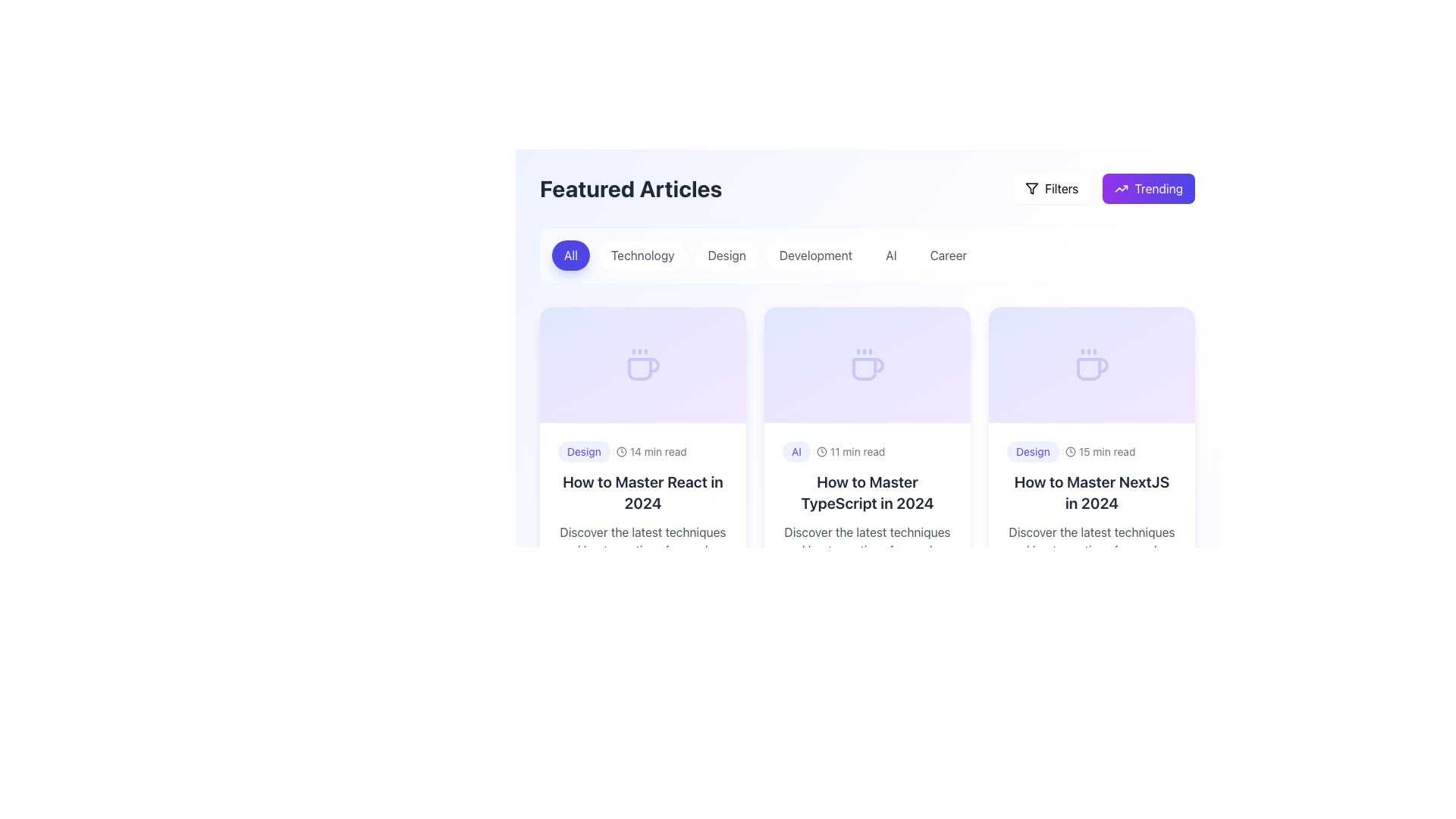  What do you see at coordinates (570, 254) in the screenshot?
I see `the first button labeled 'All' with a rounded pill shape and purple background located under the 'Featured Articles' heading` at bounding box center [570, 254].